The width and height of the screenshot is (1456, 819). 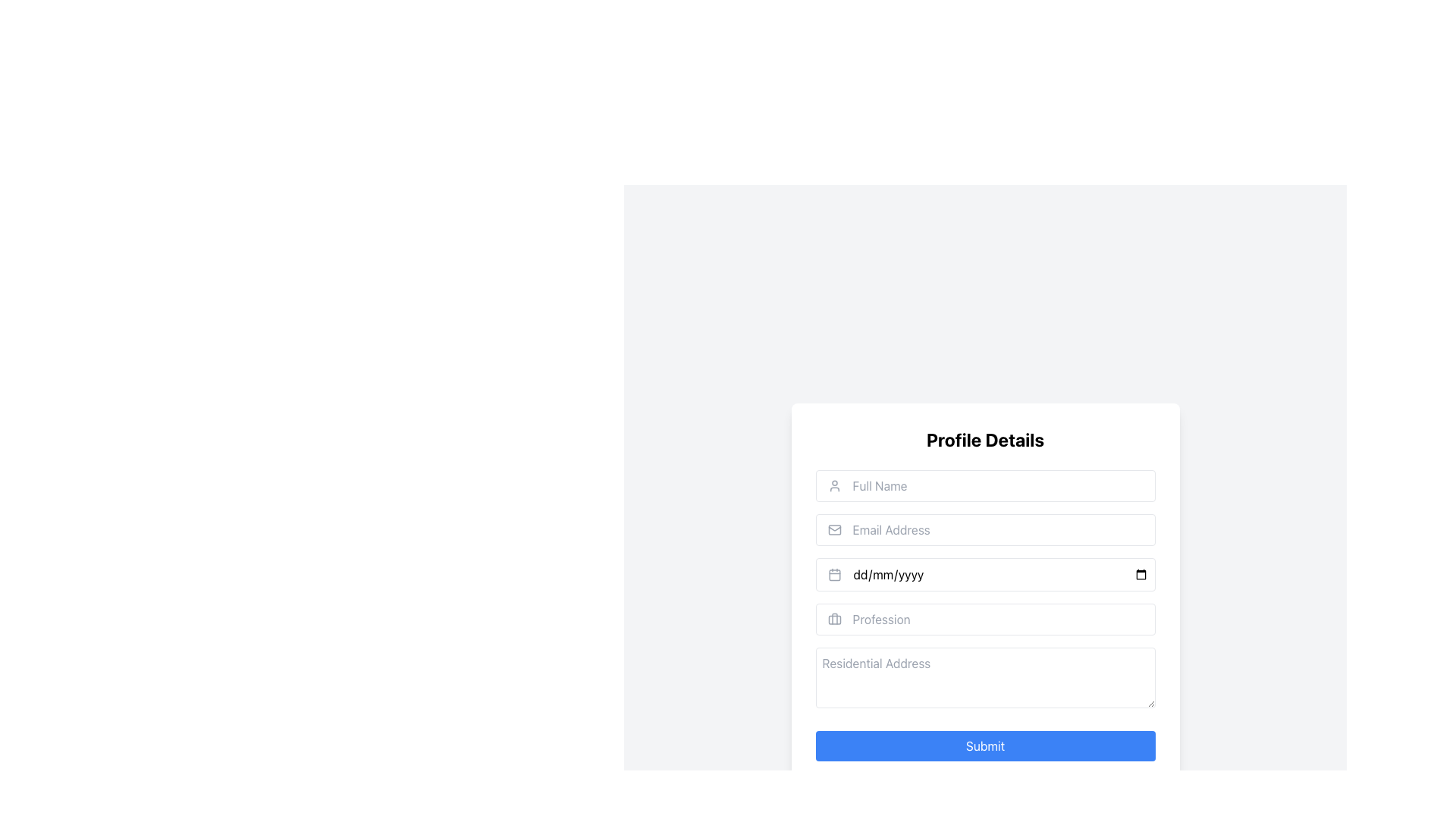 I want to click on the calendar icon positioned to the left of the 'Date of Birth' input field, which visually indicates the purpose of the input box, so click(x=833, y=575).